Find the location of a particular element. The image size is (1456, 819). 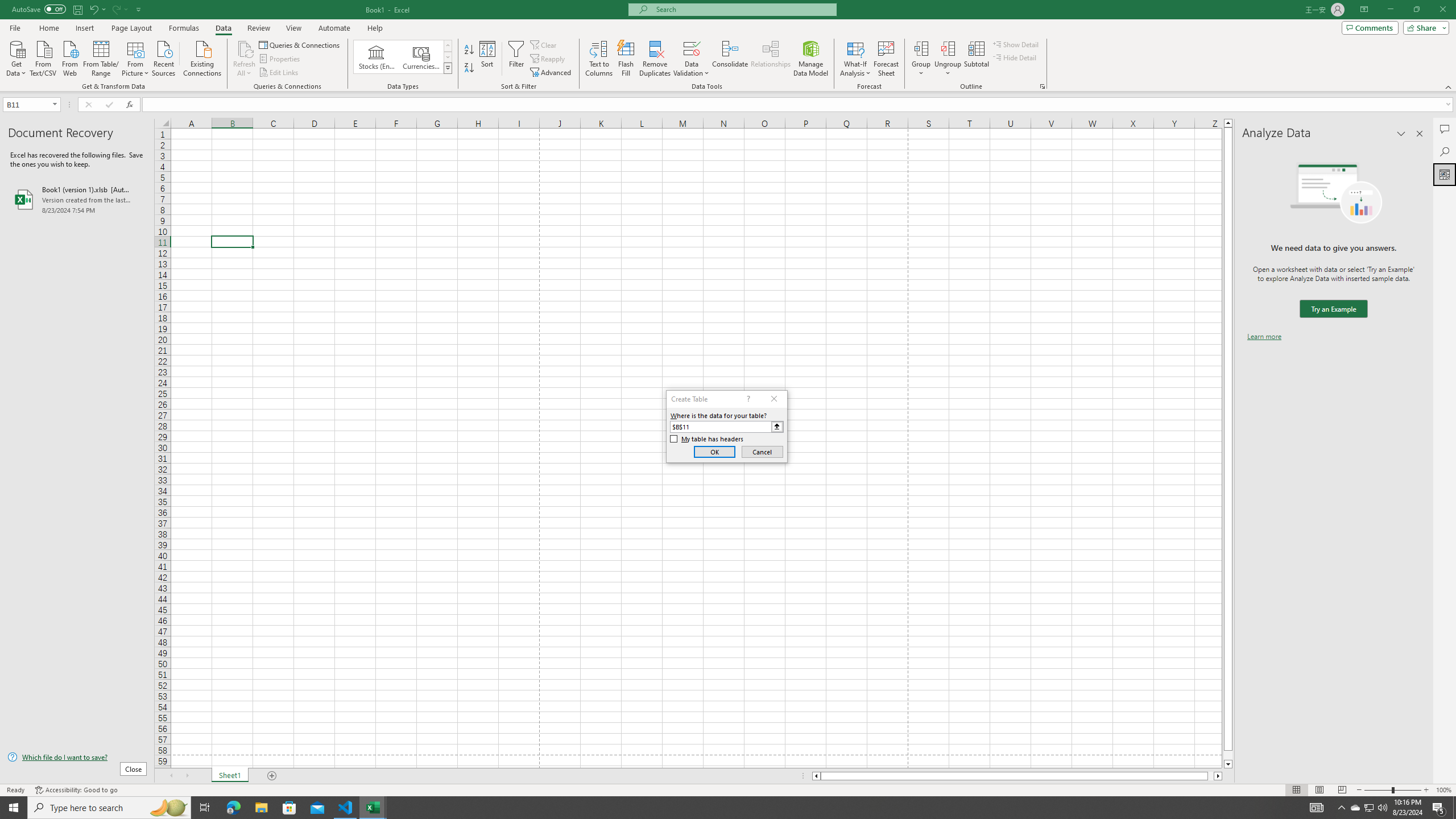

'View' is located at coordinates (292, 28).